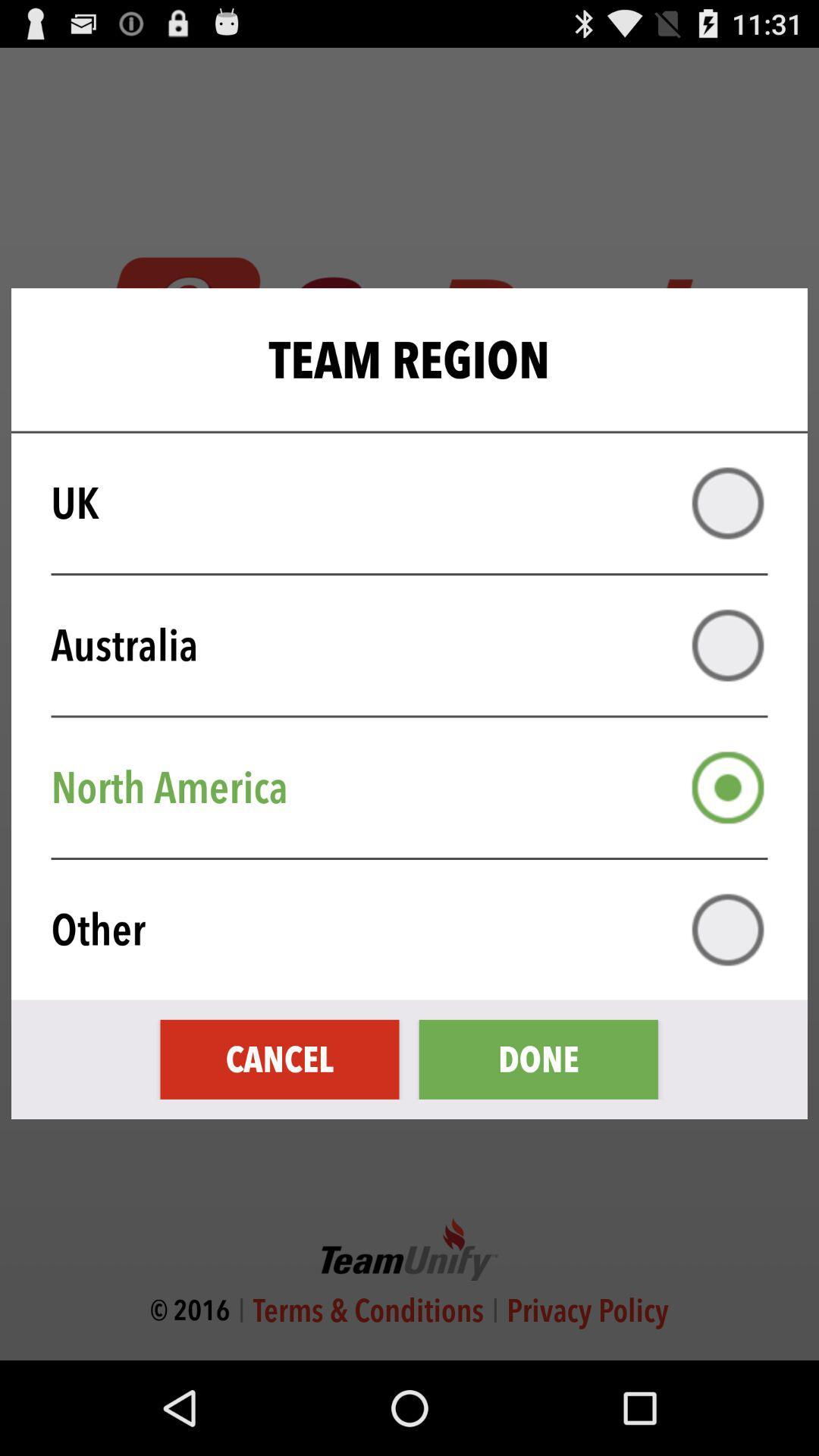 The width and height of the screenshot is (819, 1456). What do you see at coordinates (419, 645) in the screenshot?
I see `the australia item` at bounding box center [419, 645].